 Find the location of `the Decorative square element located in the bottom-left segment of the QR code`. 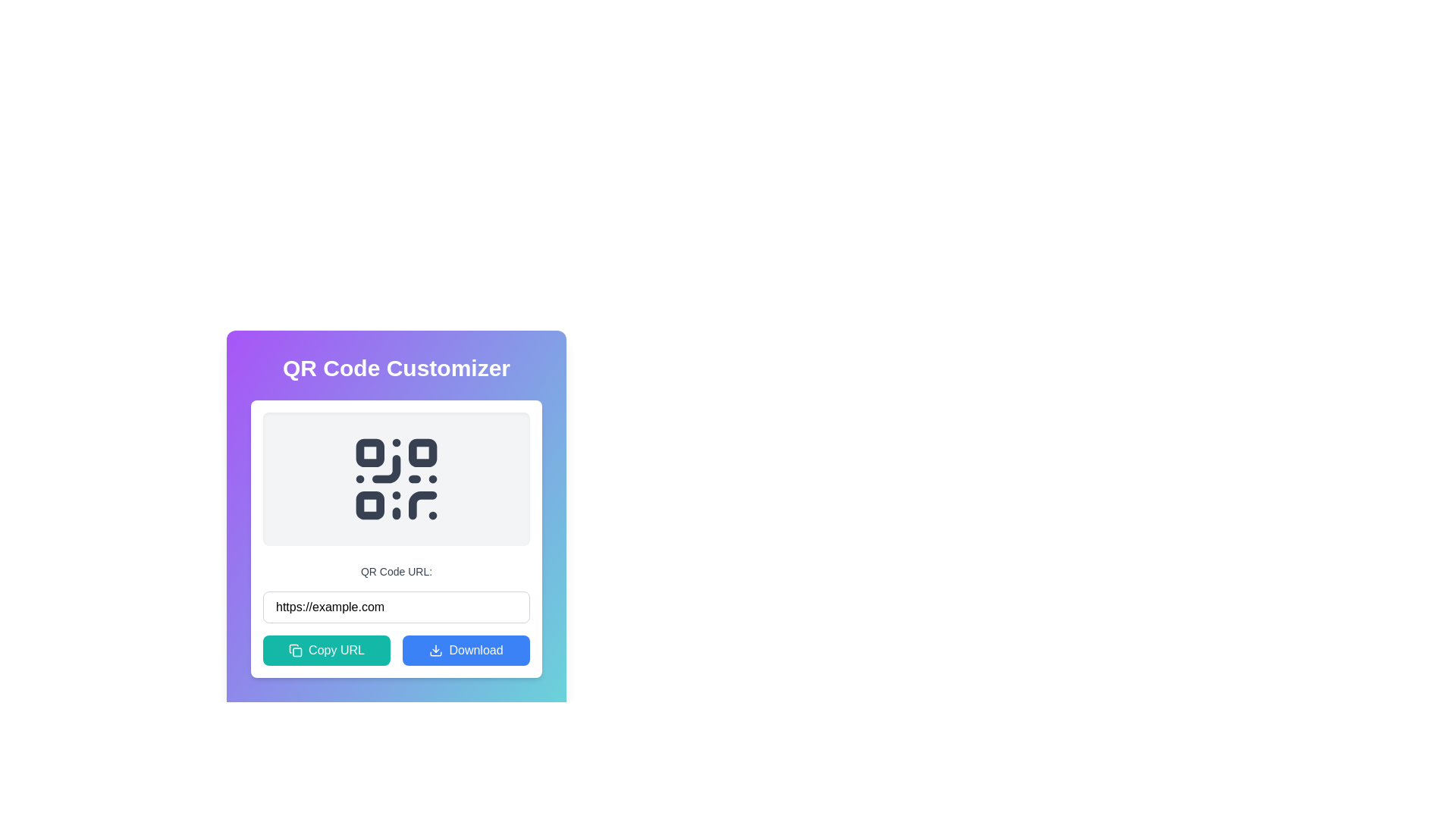

the Decorative square element located in the bottom-left segment of the QR code is located at coordinates (370, 505).